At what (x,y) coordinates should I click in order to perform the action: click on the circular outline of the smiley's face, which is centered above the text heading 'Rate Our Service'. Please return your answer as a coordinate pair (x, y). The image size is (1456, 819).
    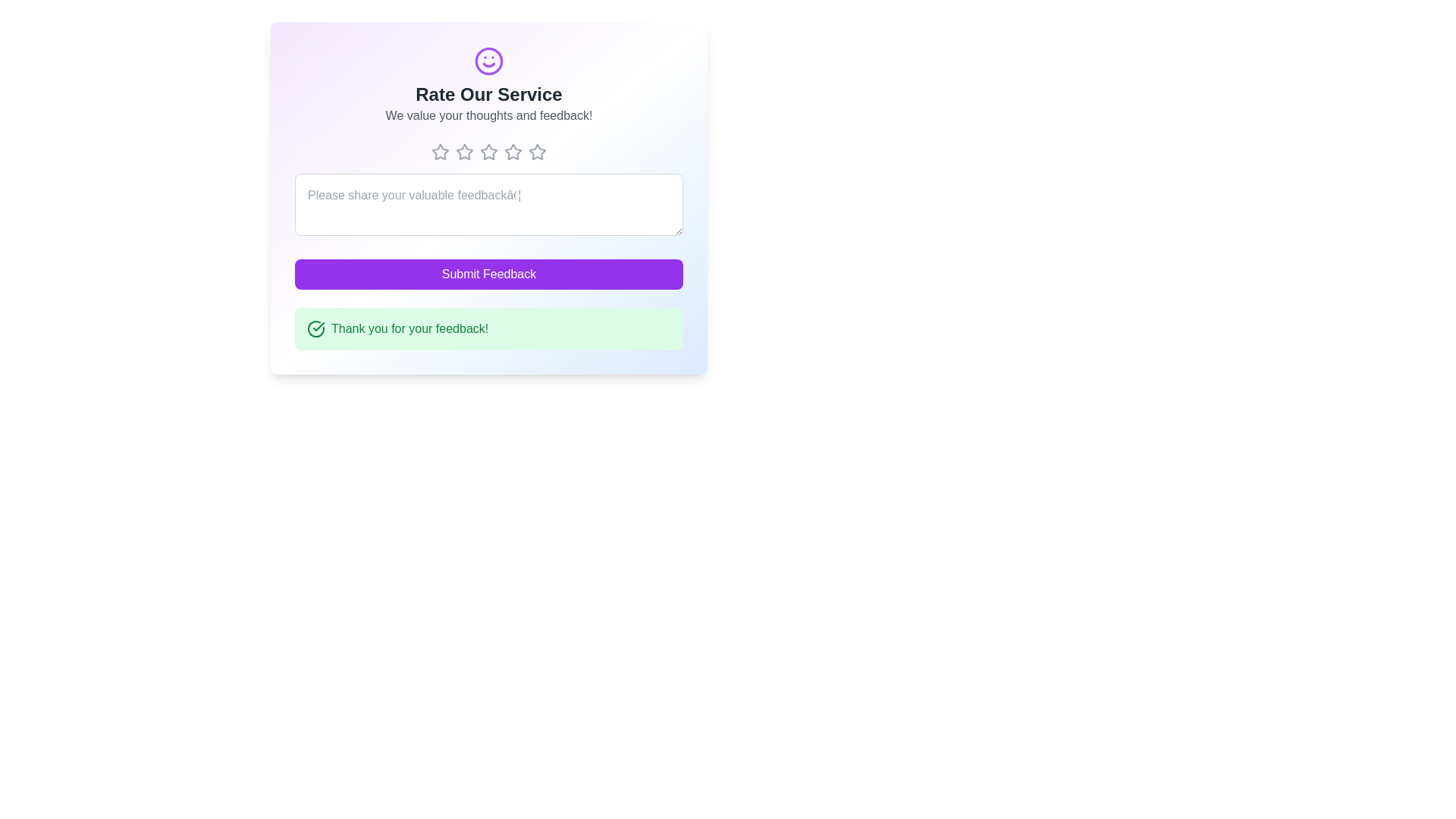
    Looking at the image, I should click on (488, 61).